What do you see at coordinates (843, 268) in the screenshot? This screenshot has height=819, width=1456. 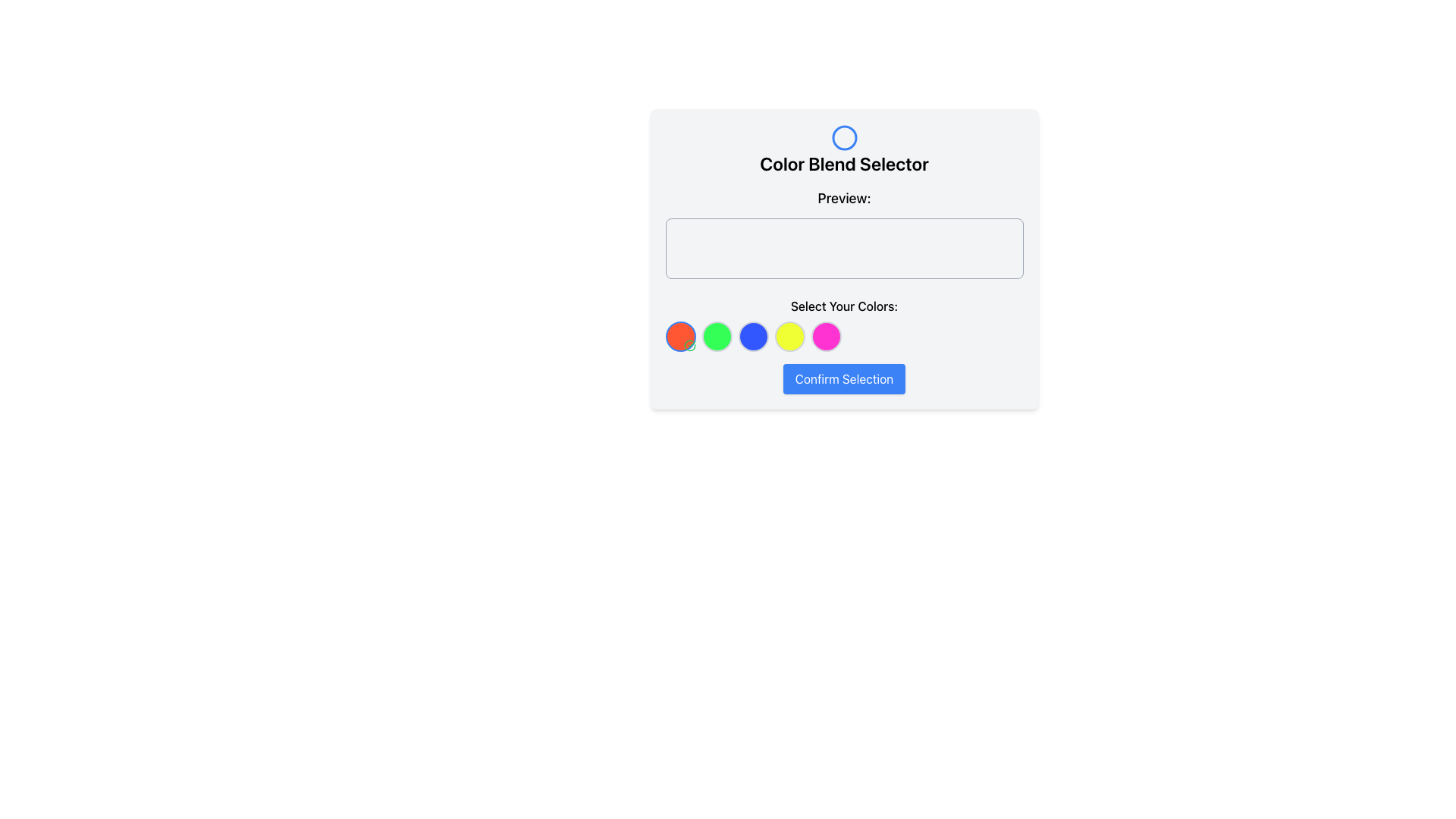 I see `the Text Display element labeled 'Preview:' which provides instructions for the color selection feature, located centrally within a gray box in the 'Color Blend Selector' section` at bounding box center [843, 268].